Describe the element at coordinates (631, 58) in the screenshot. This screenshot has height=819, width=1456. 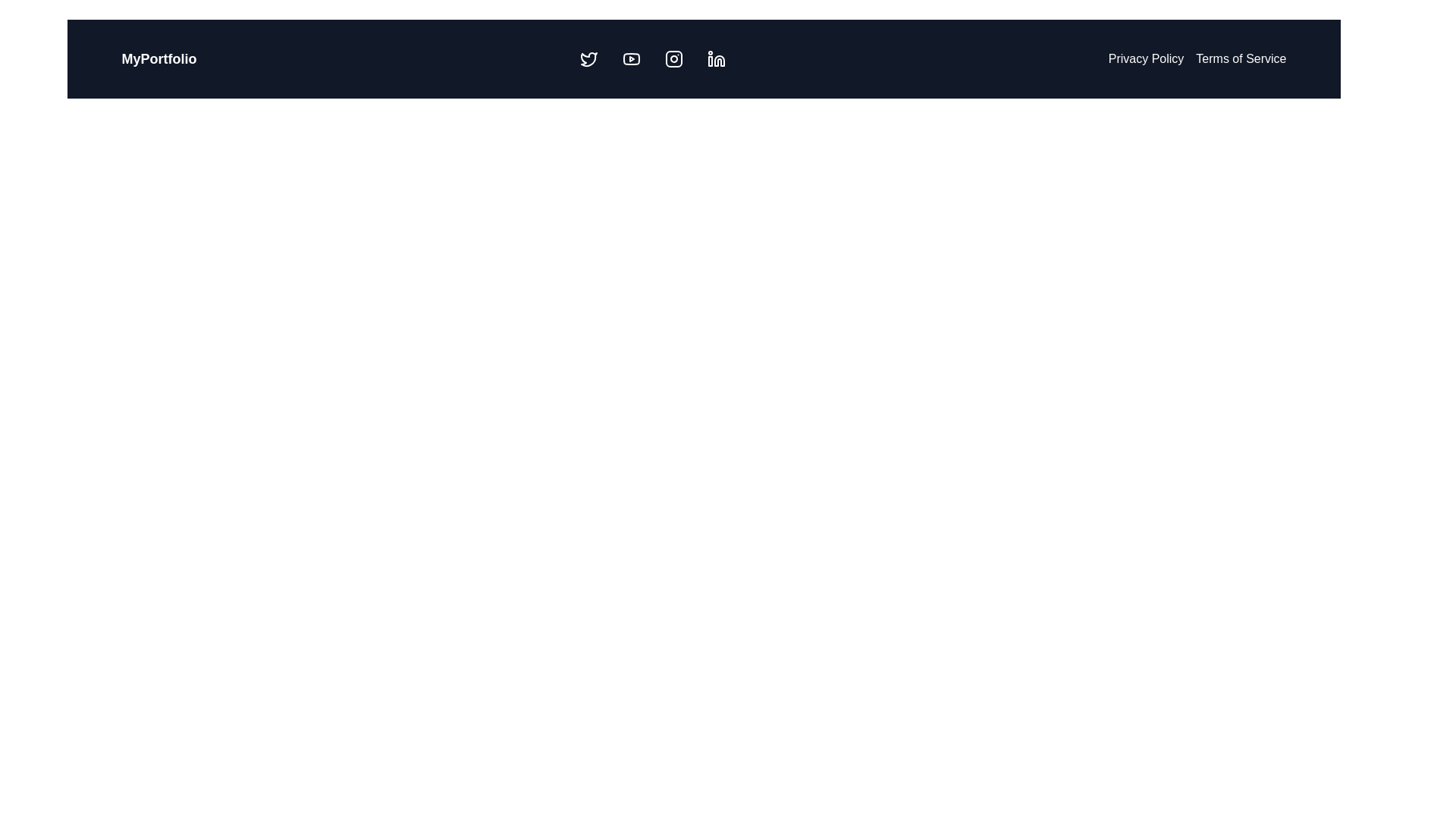
I see `the second social media icon in the top navigation bar, which serves as a link to a YouTube page` at that location.